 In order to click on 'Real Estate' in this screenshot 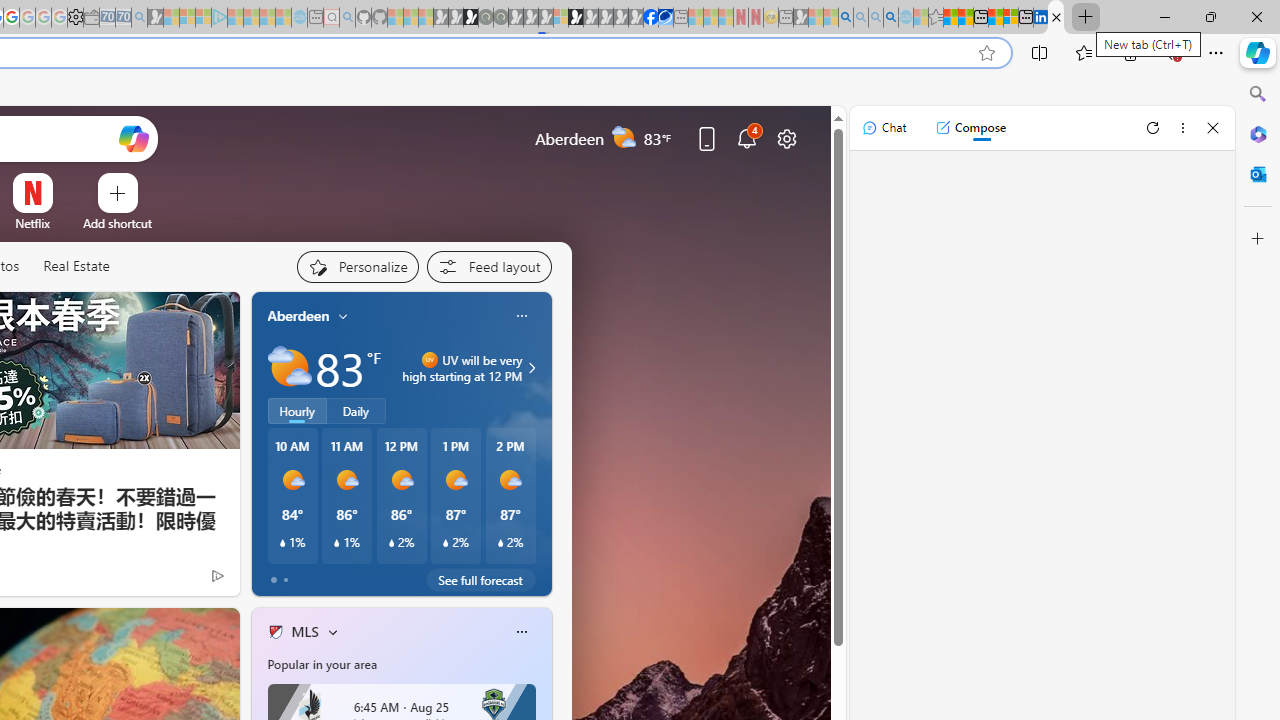, I will do `click(76, 266)`.